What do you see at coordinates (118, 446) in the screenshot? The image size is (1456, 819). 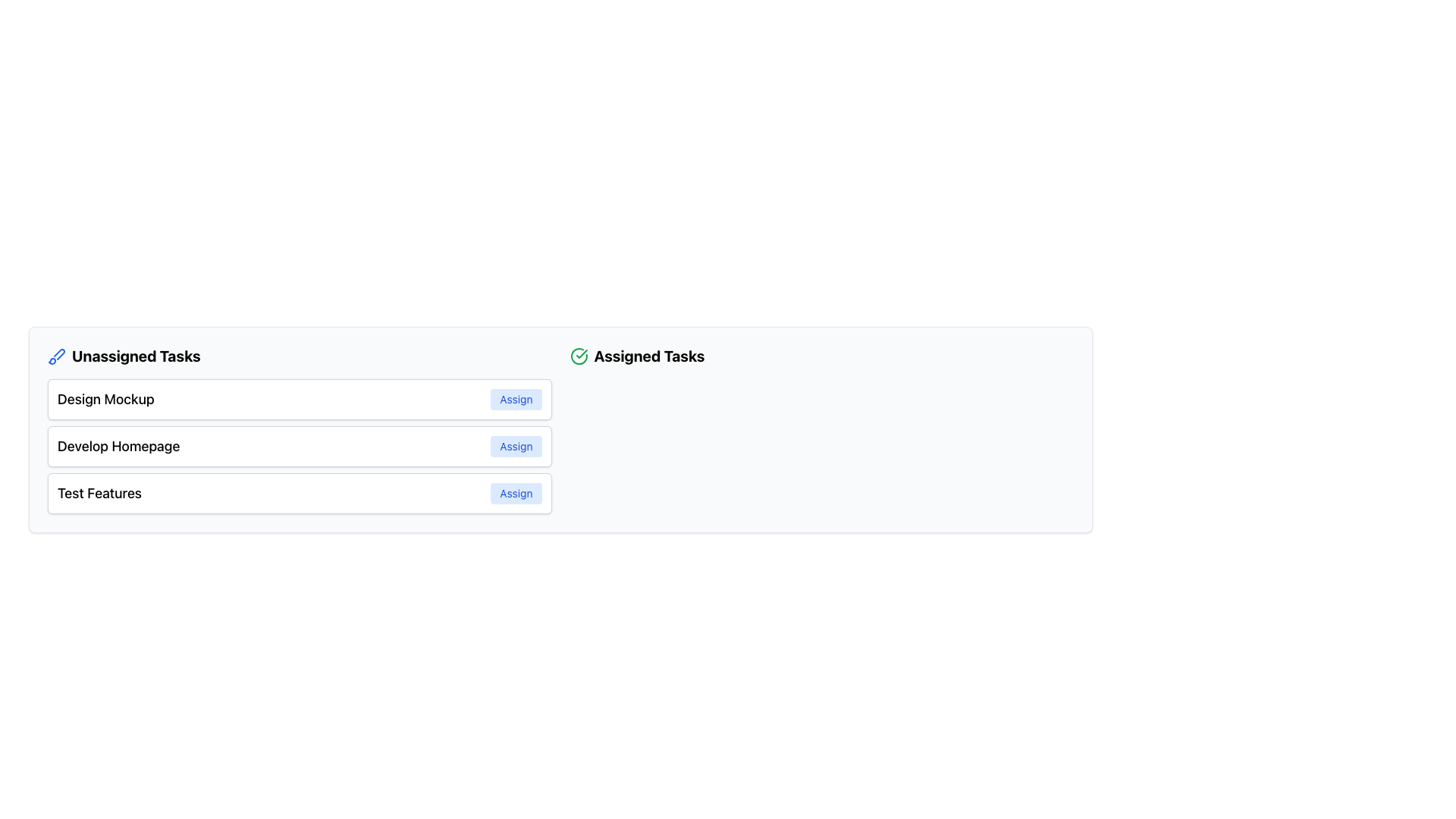 I see `the text label reading 'Develop Homepage' located in the second card under the 'Unassigned Tasks' section` at bounding box center [118, 446].